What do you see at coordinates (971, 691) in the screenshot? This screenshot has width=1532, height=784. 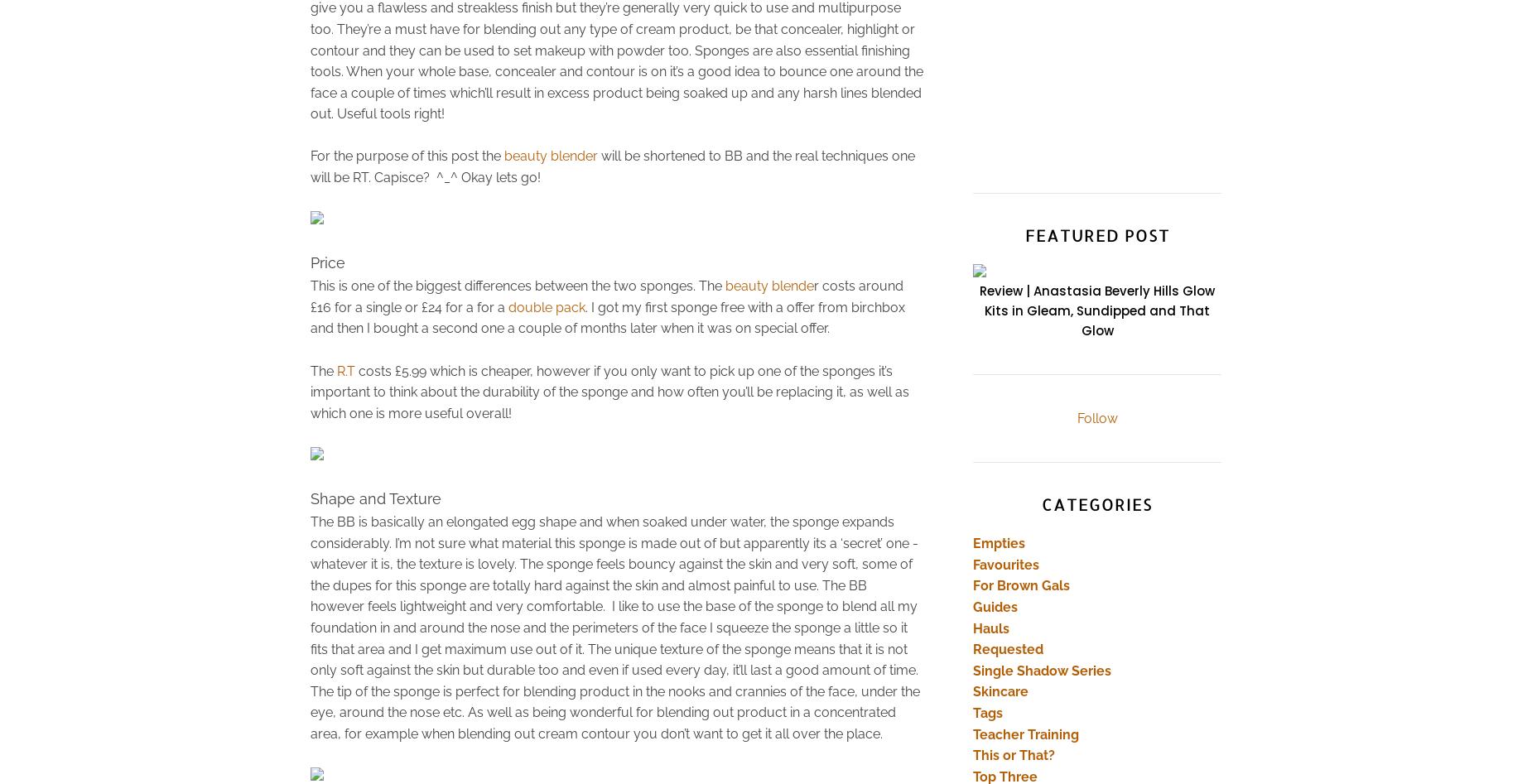 I see `'Skincare'` at bounding box center [971, 691].